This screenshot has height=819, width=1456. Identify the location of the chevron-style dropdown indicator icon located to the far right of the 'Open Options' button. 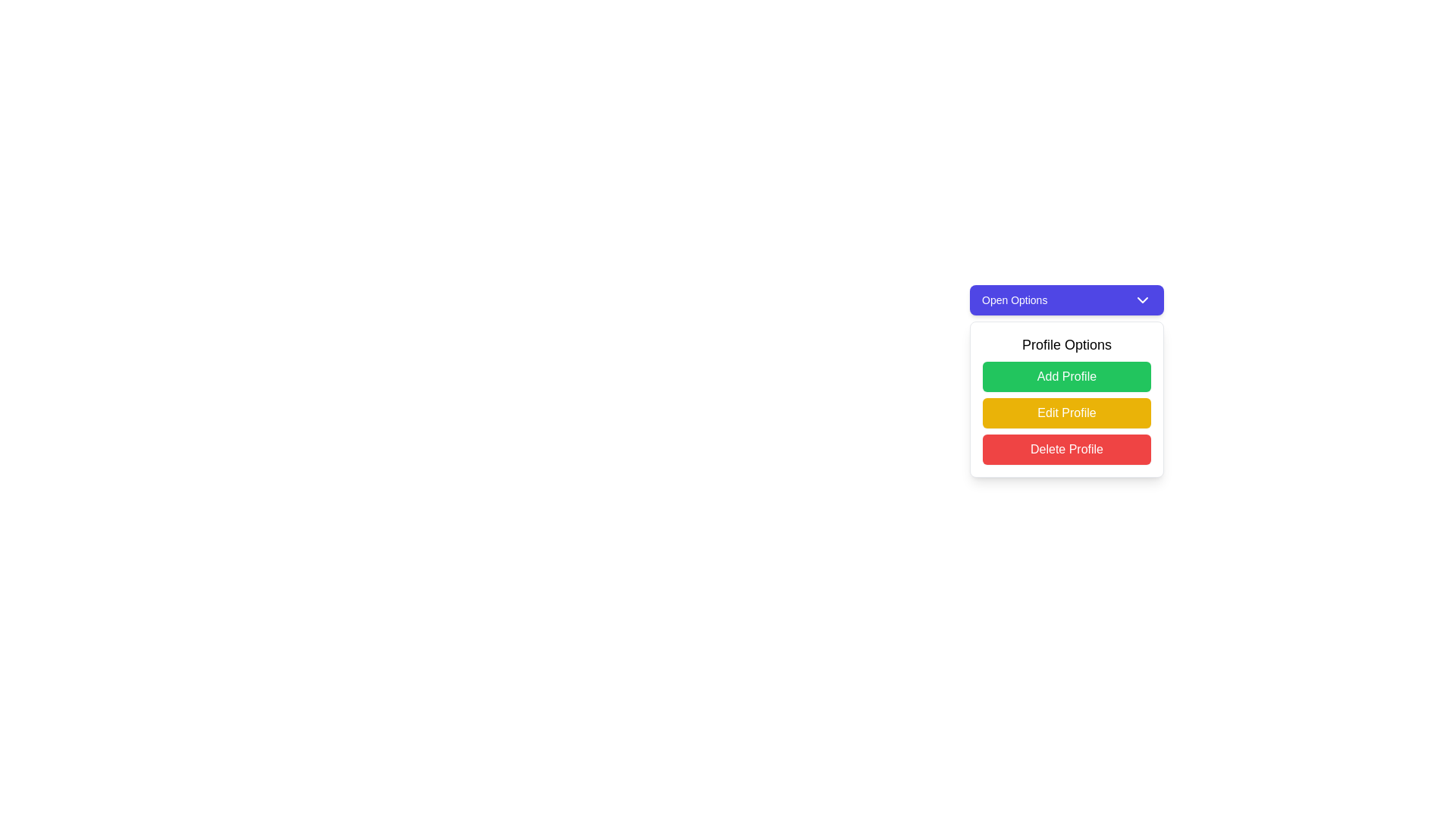
(1143, 300).